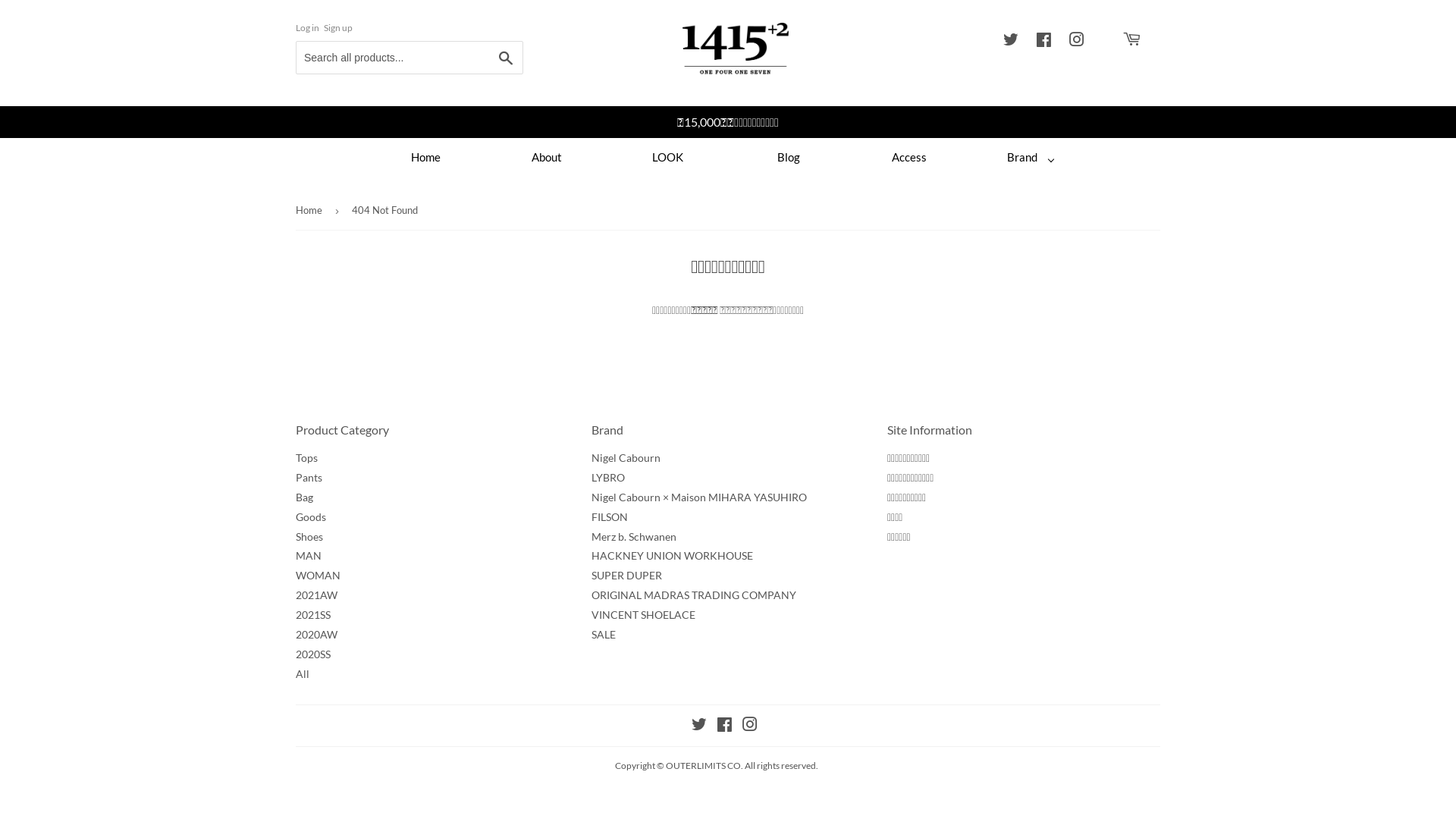 The image size is (1456, 819). Describe the element at coordinates (295, 653) in the screenshot. I see `'2020SS'` at that location.